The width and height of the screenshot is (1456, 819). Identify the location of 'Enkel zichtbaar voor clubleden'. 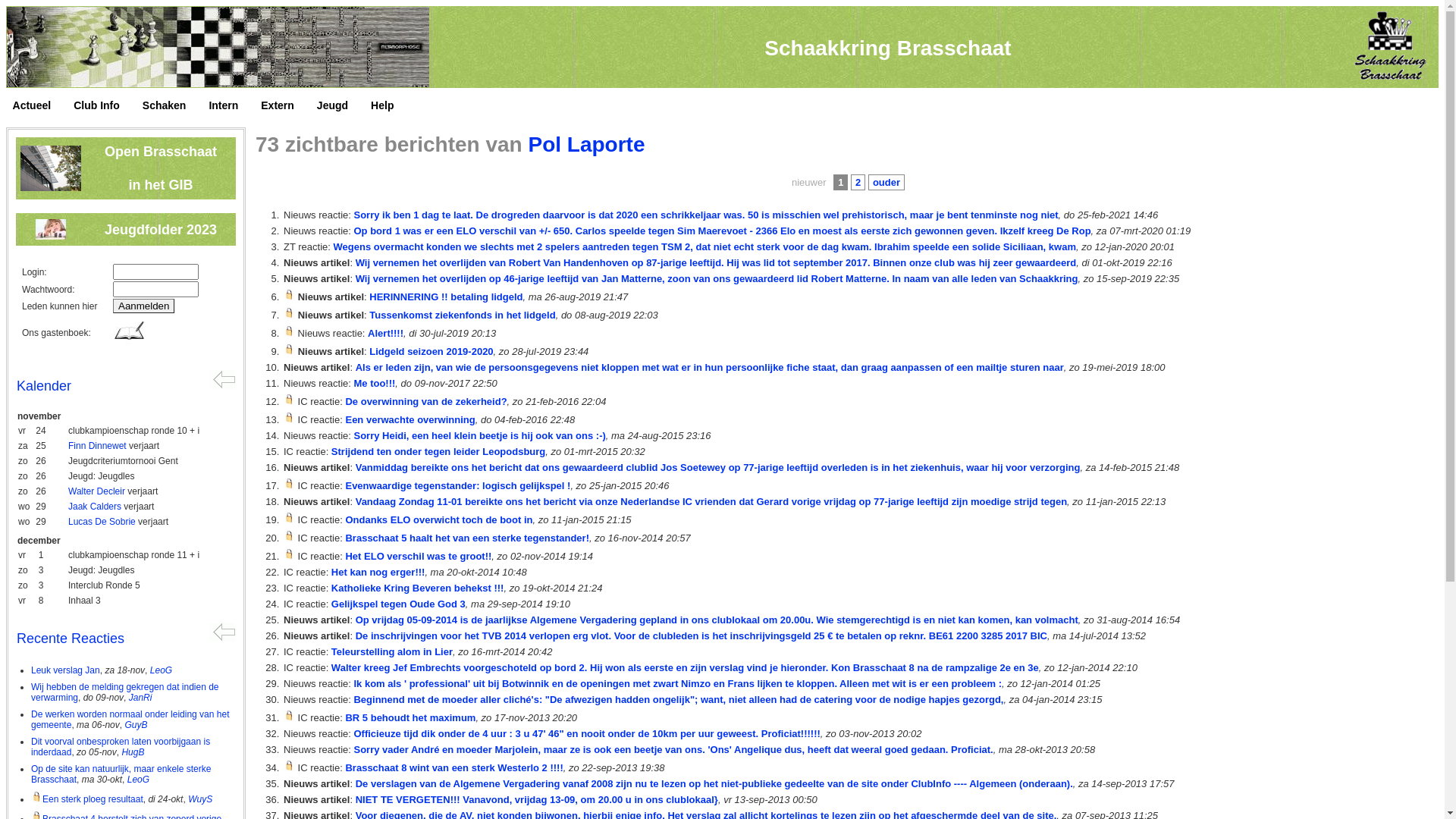
(284, 417).